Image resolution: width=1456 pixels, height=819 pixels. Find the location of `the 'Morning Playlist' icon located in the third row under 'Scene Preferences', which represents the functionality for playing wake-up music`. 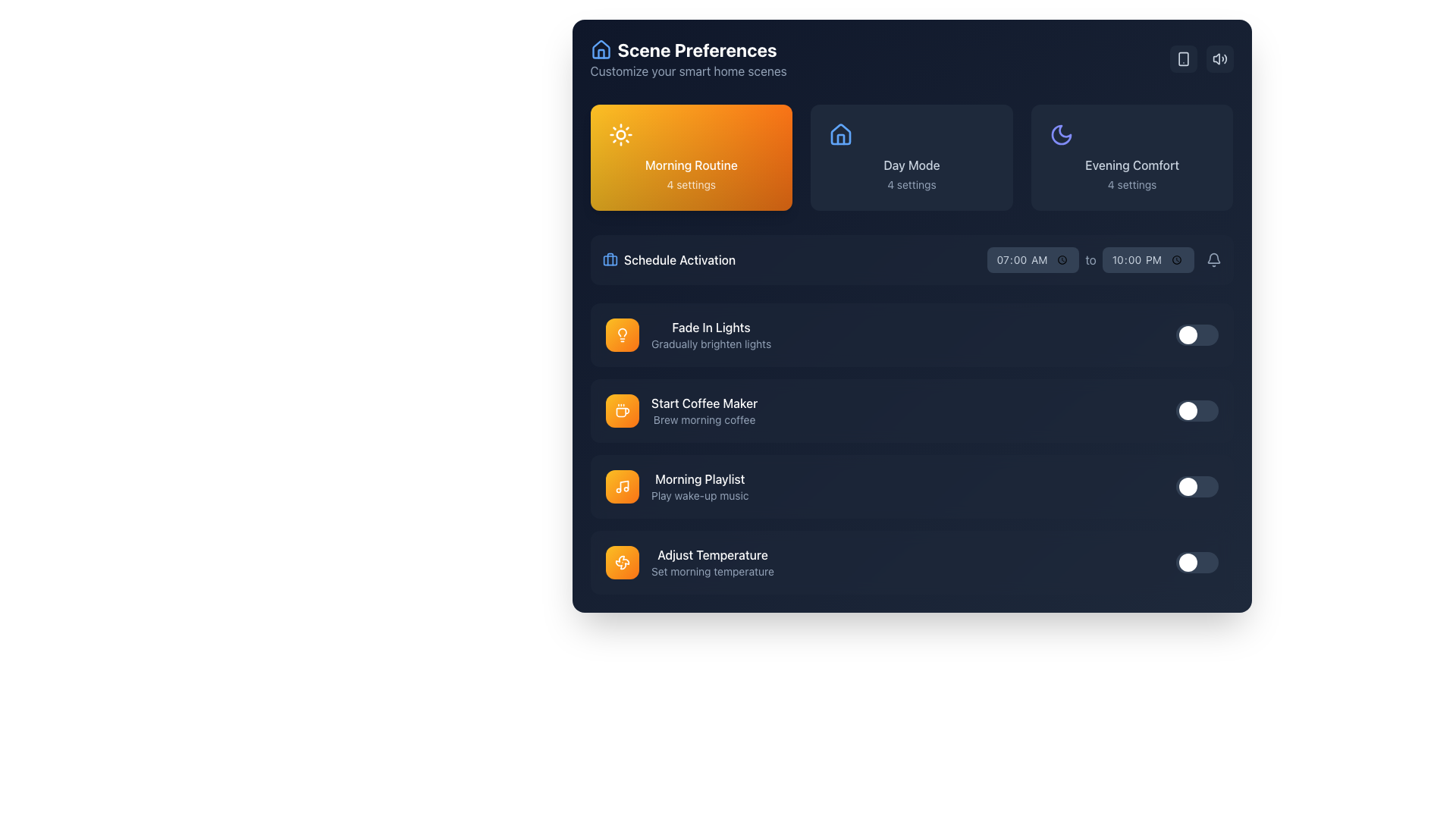

the 'Morning Playlist' icon located in the third row under 'Scene Preferences', which represents the functionality for playing wake-up music is located at coordinates (622, 486).